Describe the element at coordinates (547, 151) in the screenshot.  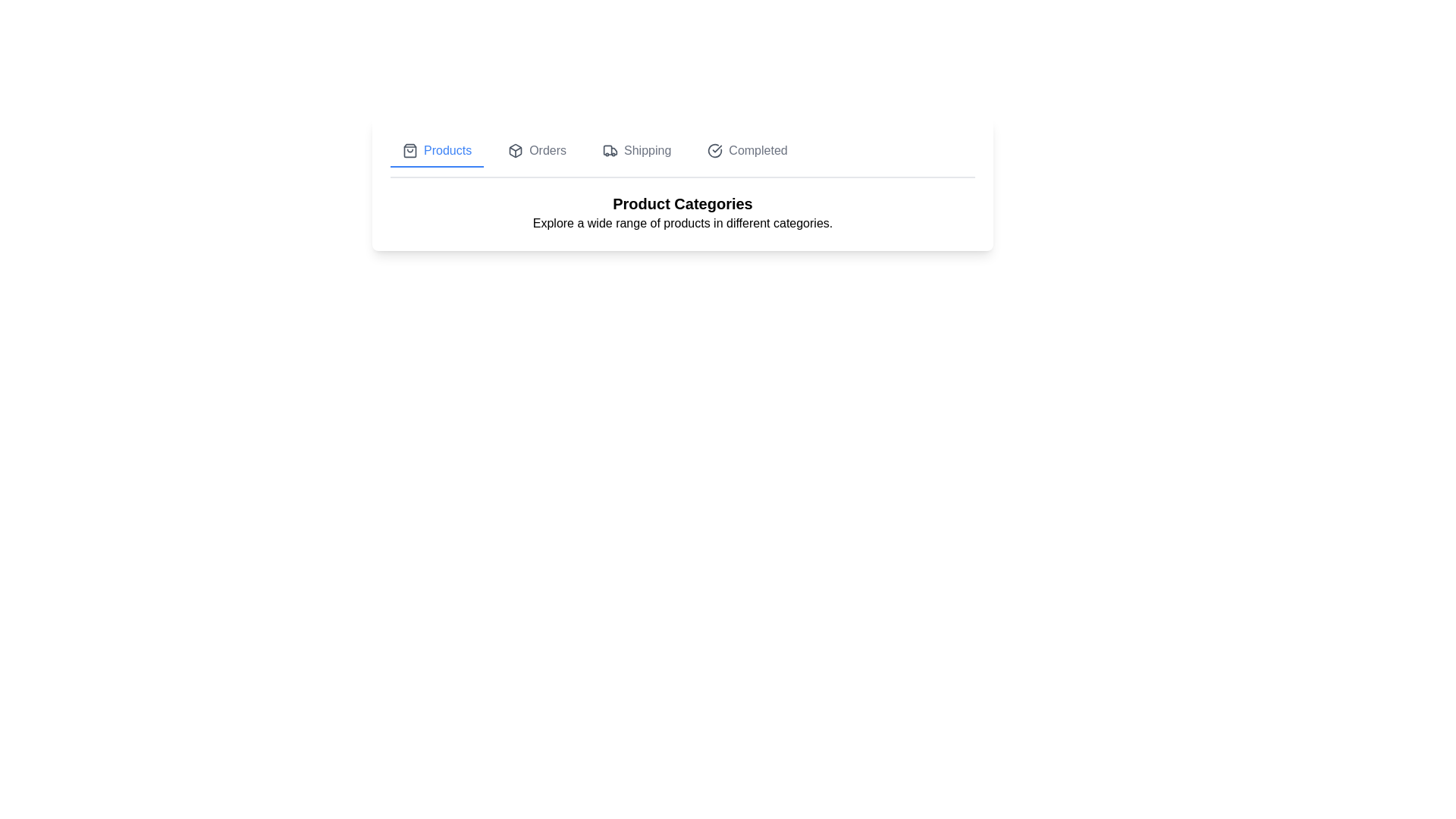
I see `the 'Orders' text label in the navigation menu, which is the second item from the left and is styled in gray font` at that location.